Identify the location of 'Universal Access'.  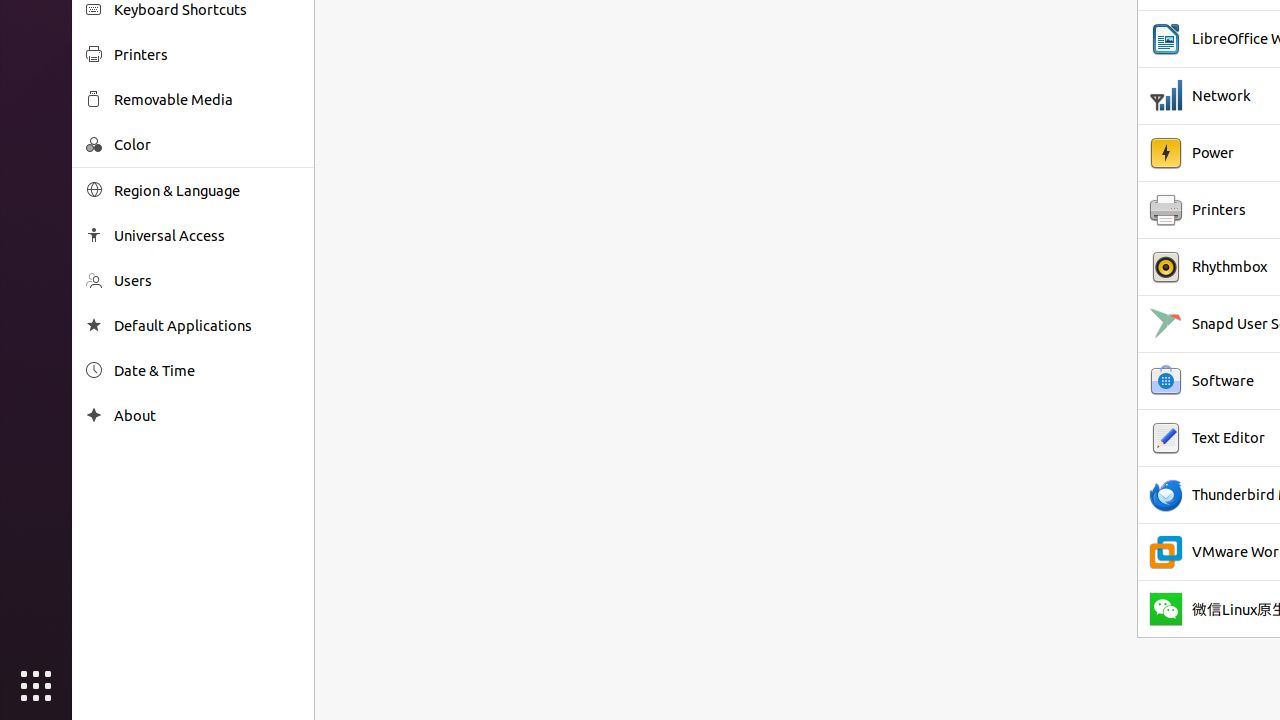
(206, 234).